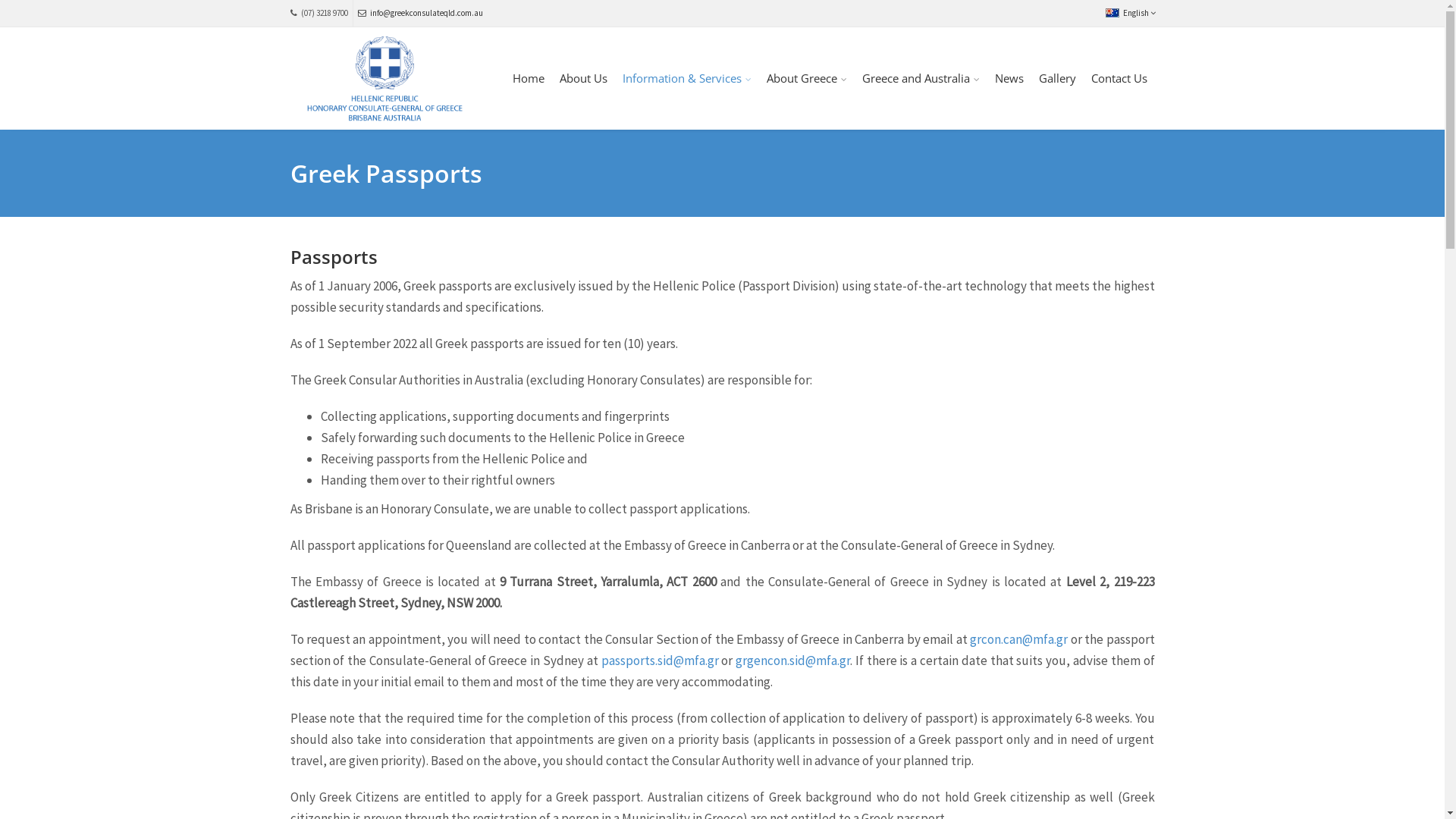  I want to click on 'News', so click(1009, 78).